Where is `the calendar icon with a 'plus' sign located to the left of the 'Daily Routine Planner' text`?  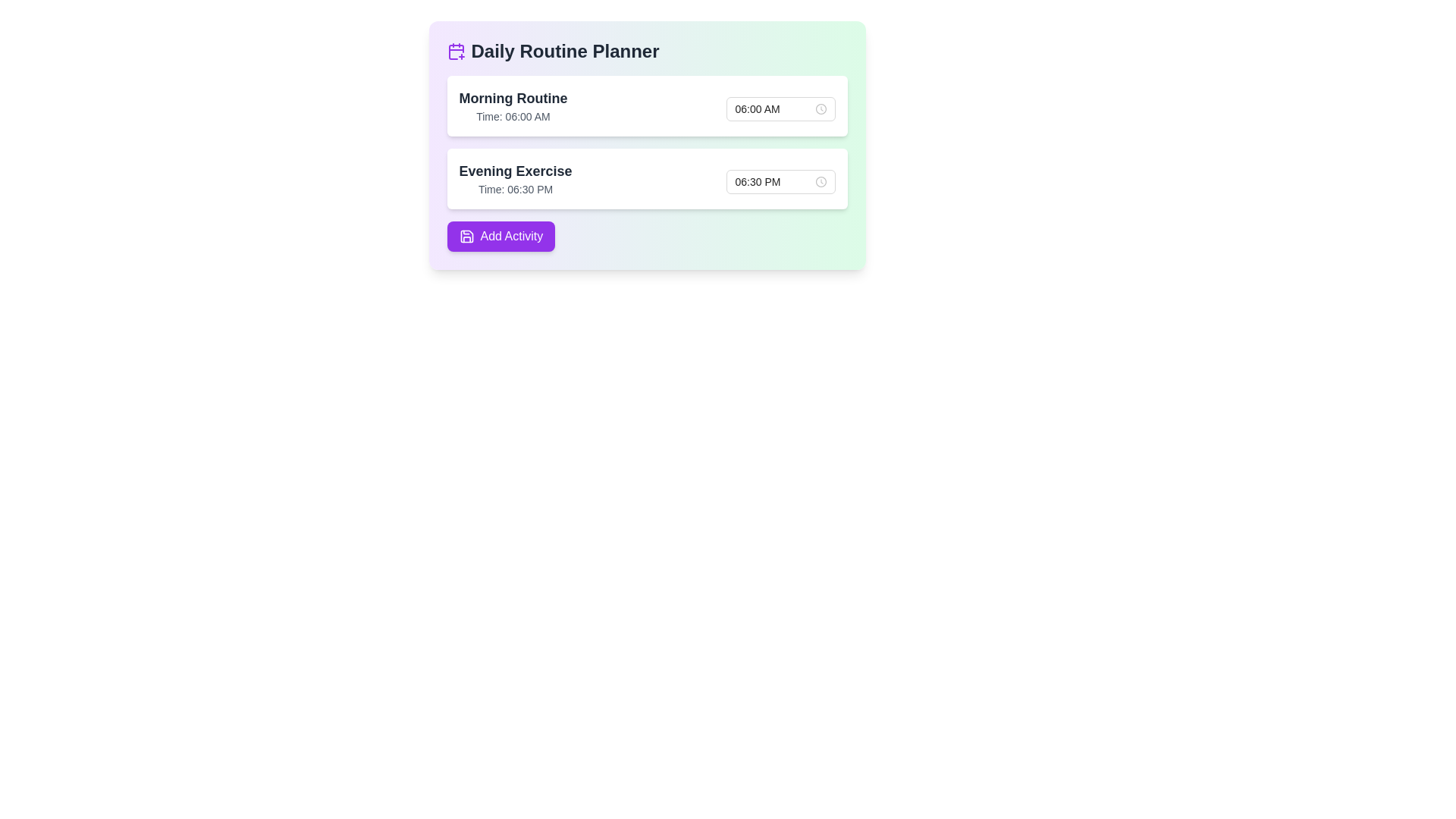
the calendar icon with a 'plus' sign located to the left of the 'Daily Routine Planner' text is located at coordinates (455, 51).